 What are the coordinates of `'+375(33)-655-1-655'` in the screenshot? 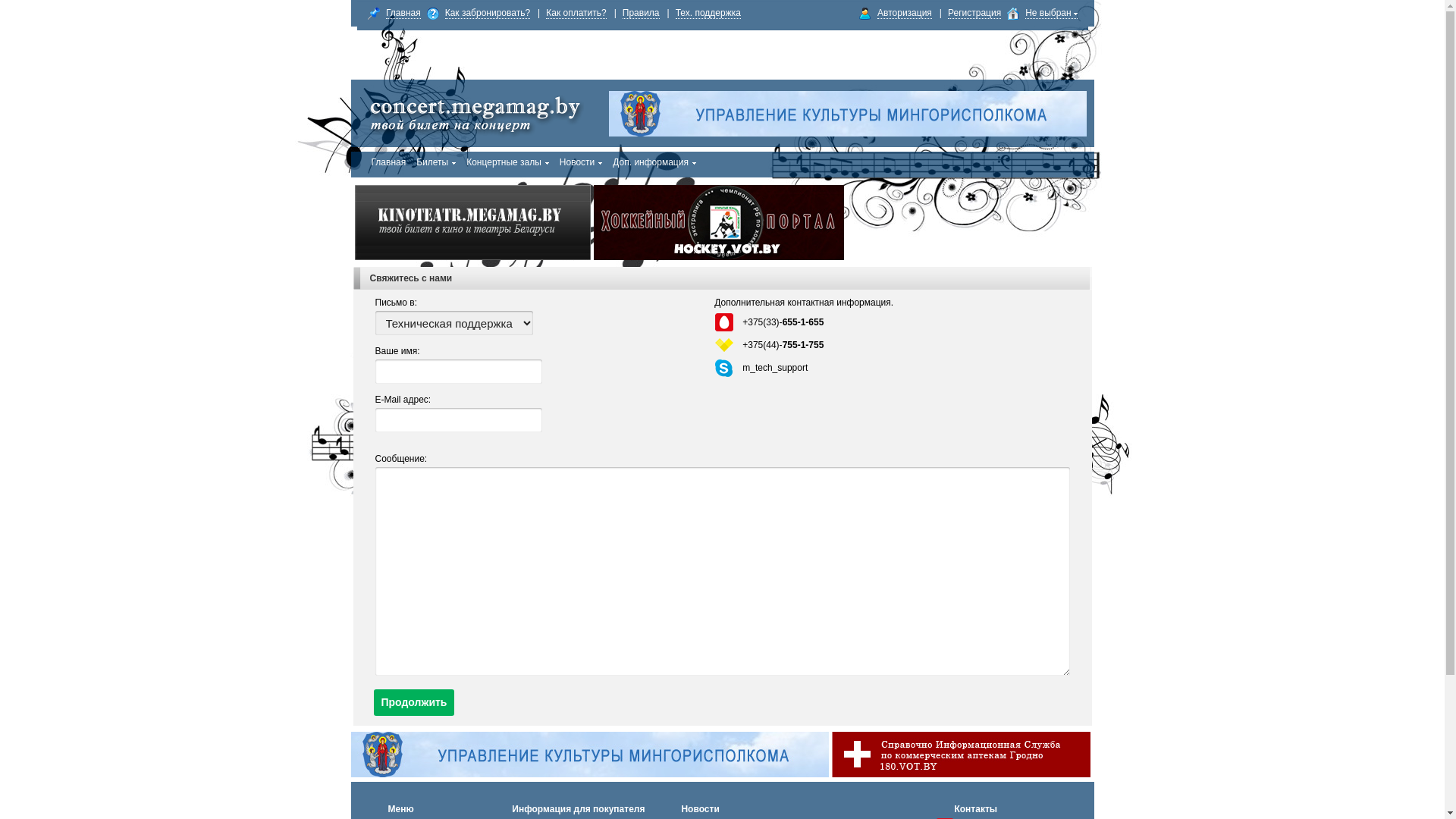 It's located at (783, 321).